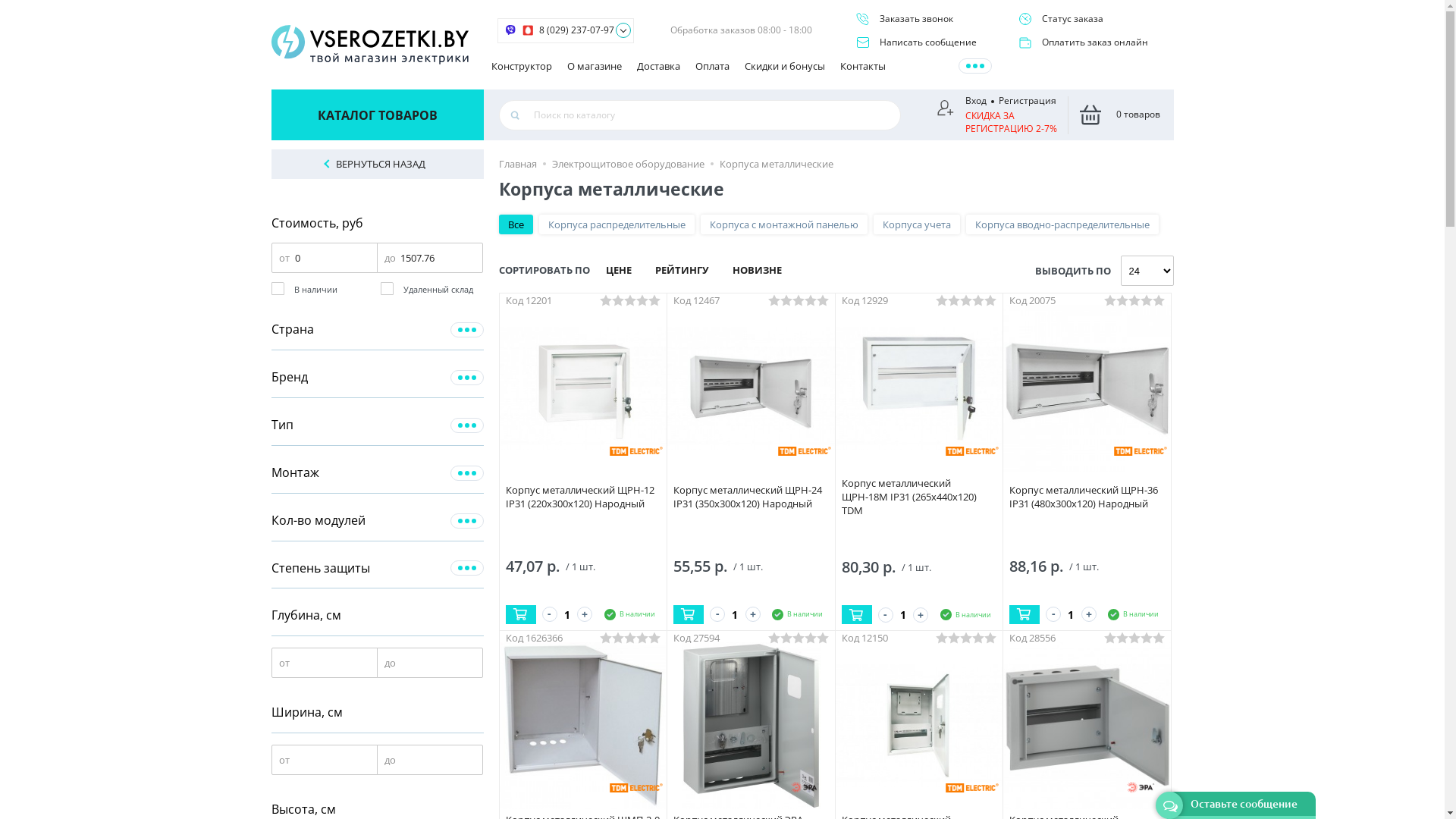 The height and width of the screenshot is (819, 1456). What do you see at coordinates (576, 614) in the screenshot?
I see `'+'` at bounding box center [576, 614].